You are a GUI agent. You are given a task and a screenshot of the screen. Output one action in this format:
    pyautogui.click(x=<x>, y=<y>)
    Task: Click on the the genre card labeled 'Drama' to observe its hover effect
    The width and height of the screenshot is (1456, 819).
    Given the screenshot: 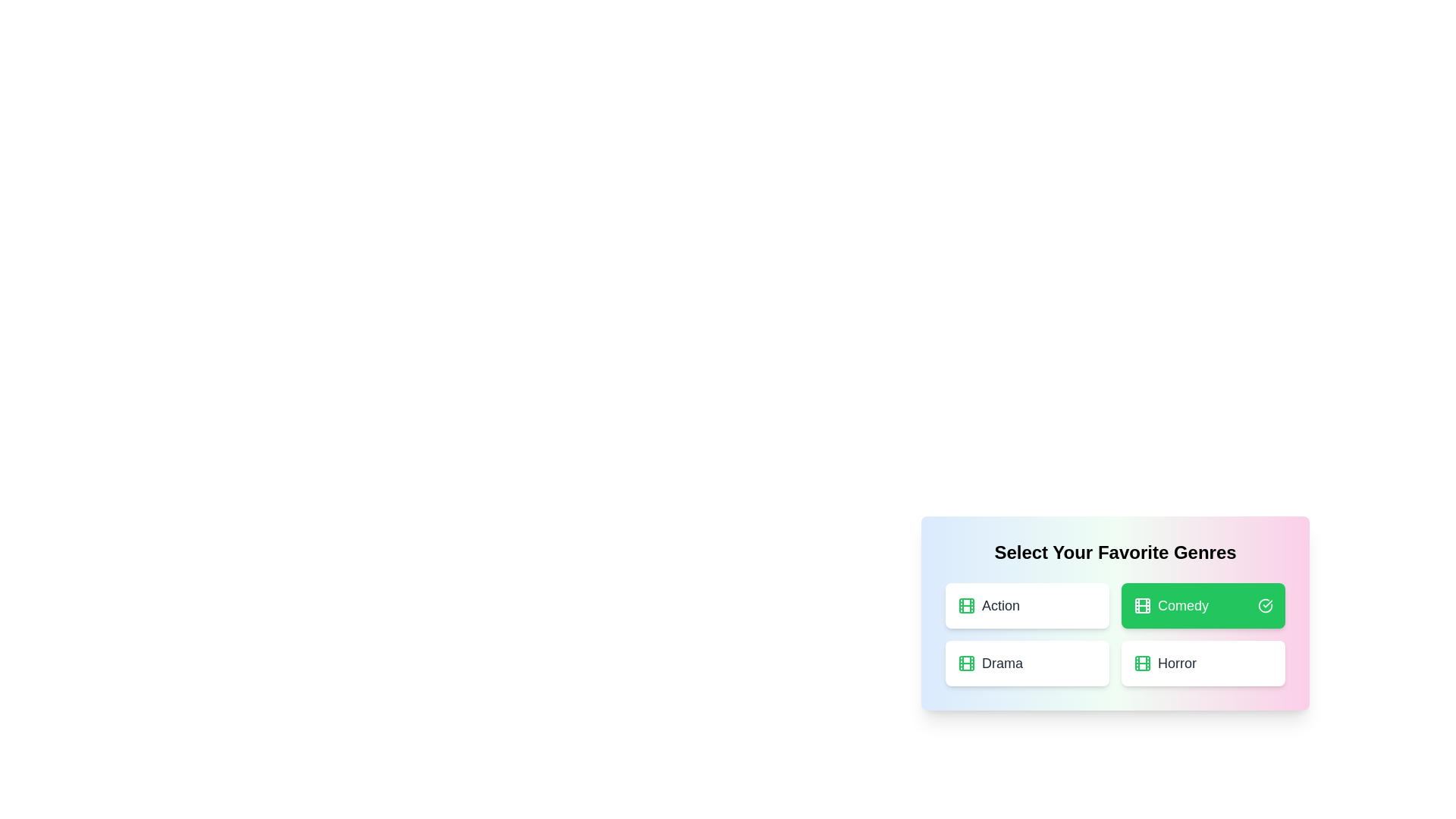 What is the action you would take?
    pyautogui.click(x=1027, y=663)
    